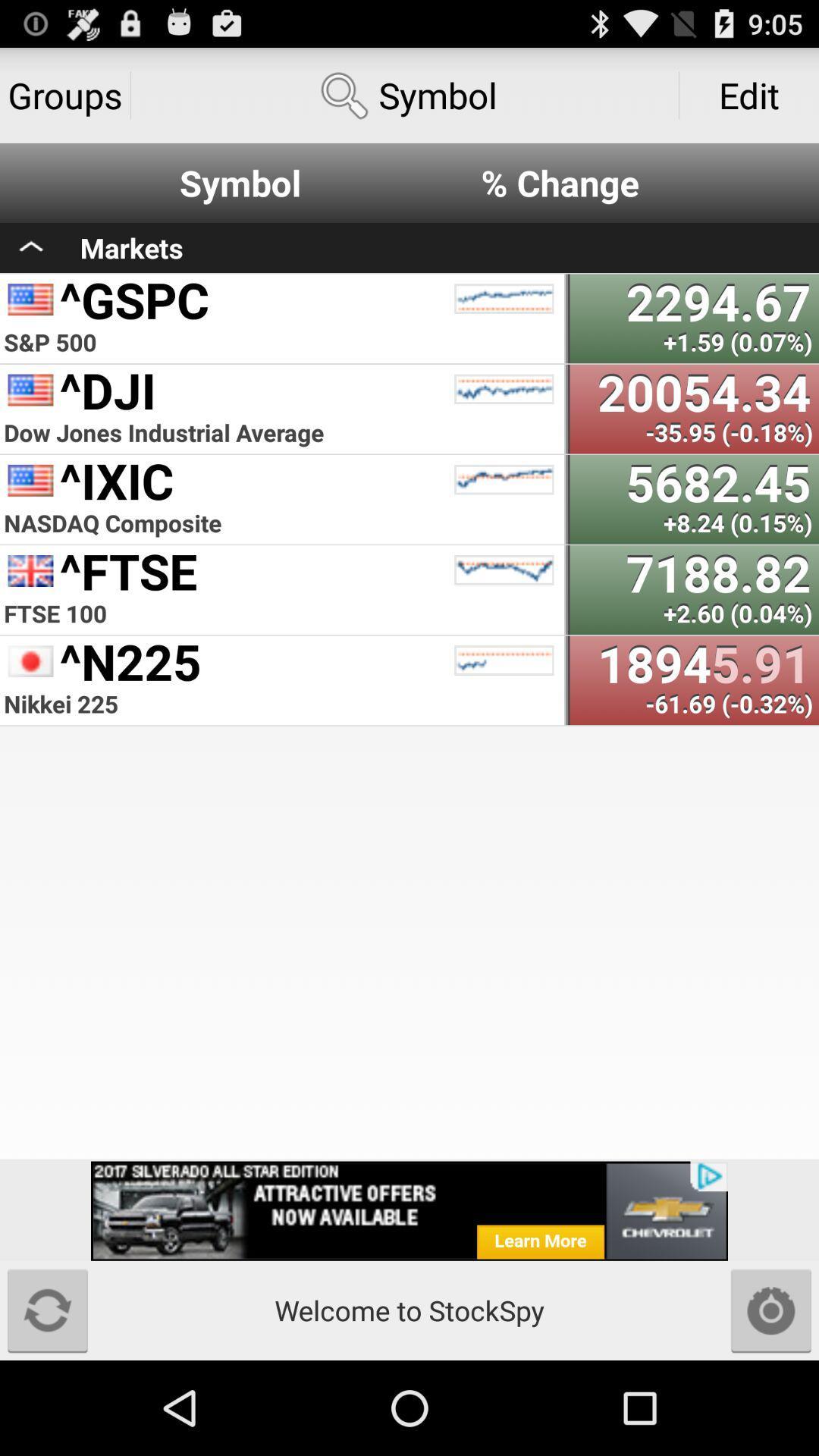  What do you see at coordinates (409, 1210) in the screenshot?
I see `visit the advertisement site` at bounding box center [409, 1210].